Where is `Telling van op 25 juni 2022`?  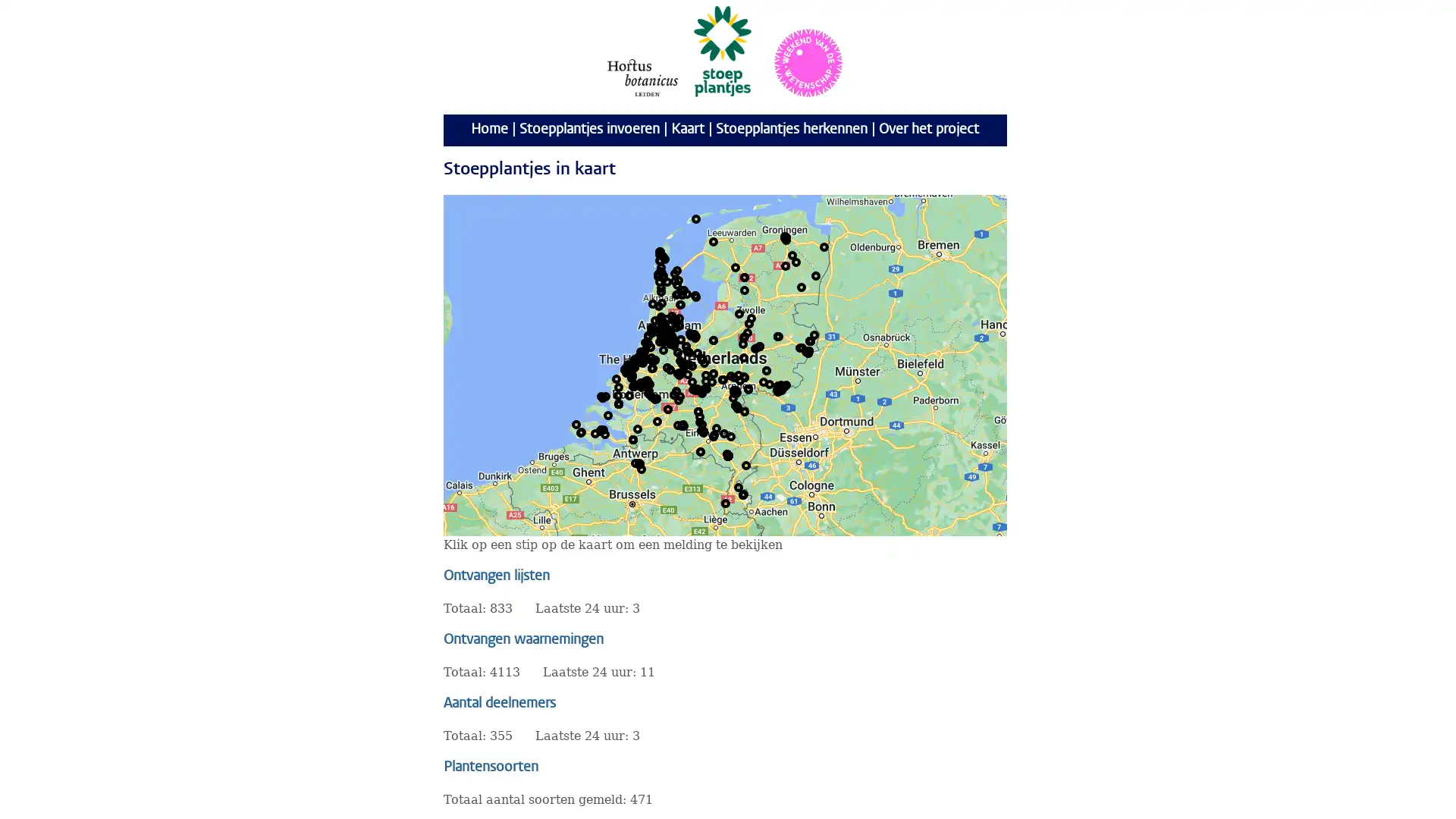 Telling van op 25 juni 2022 is located at coordinates (602, 397).